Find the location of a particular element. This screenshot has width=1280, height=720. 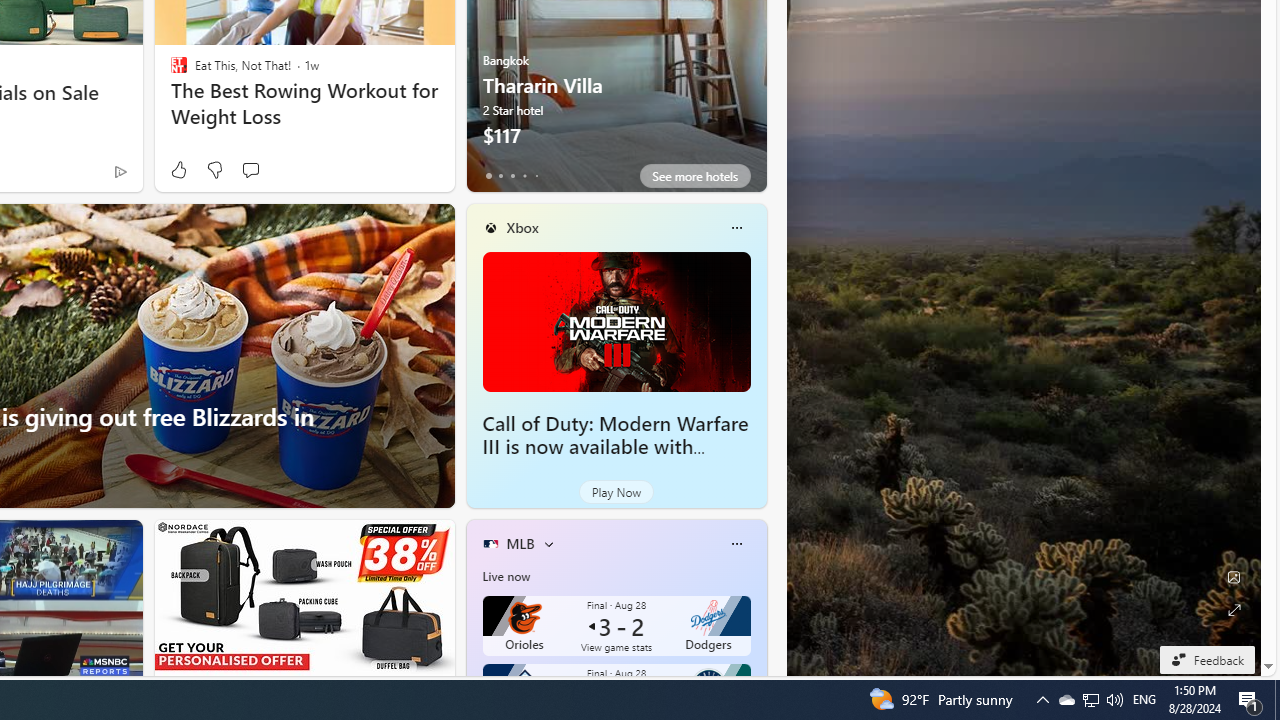

'Dislike' is located at coordinates (214, 169).